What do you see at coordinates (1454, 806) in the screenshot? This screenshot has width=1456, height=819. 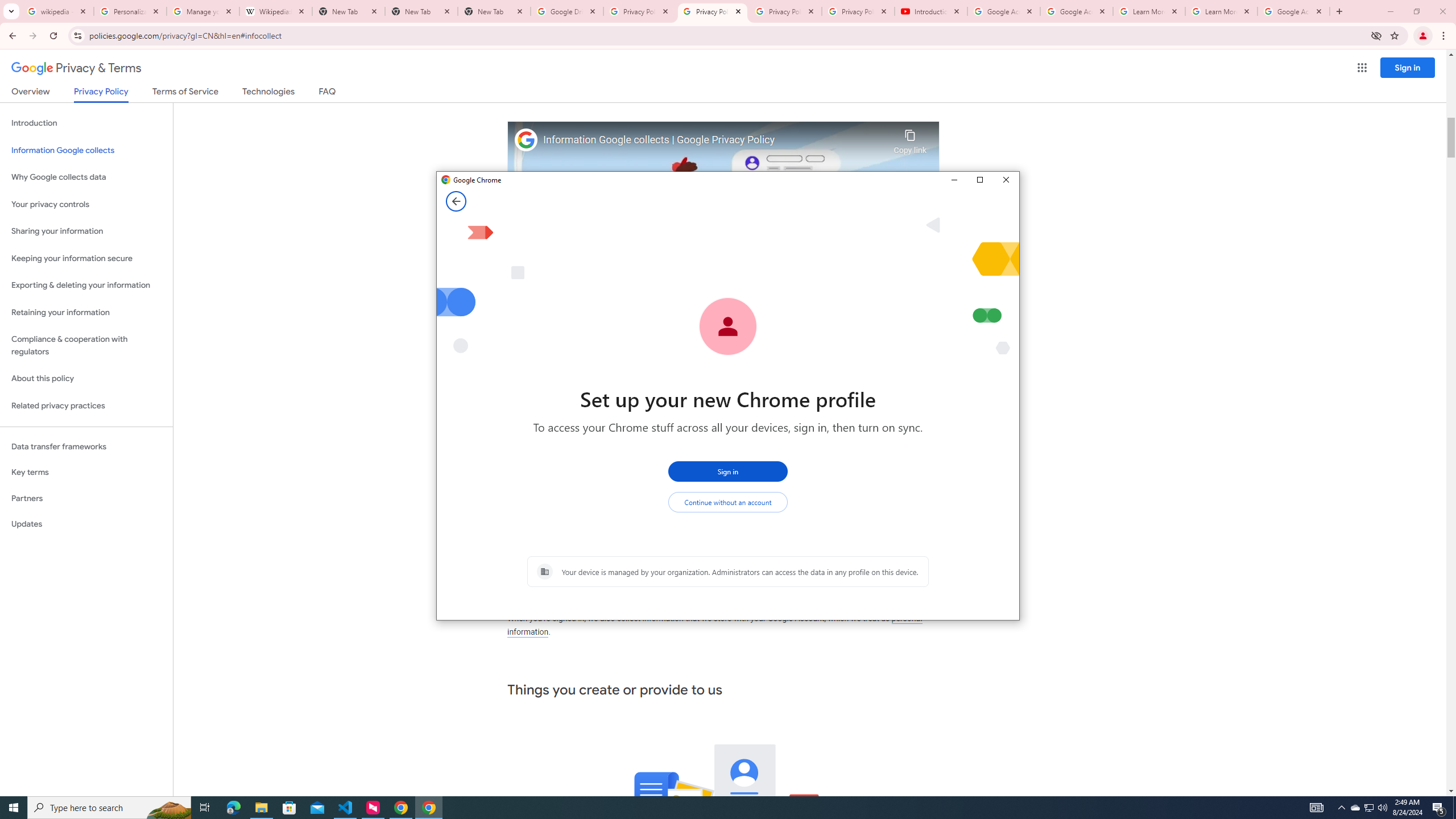 I see `'Show desktop'` at bounding box center [1454, 806].